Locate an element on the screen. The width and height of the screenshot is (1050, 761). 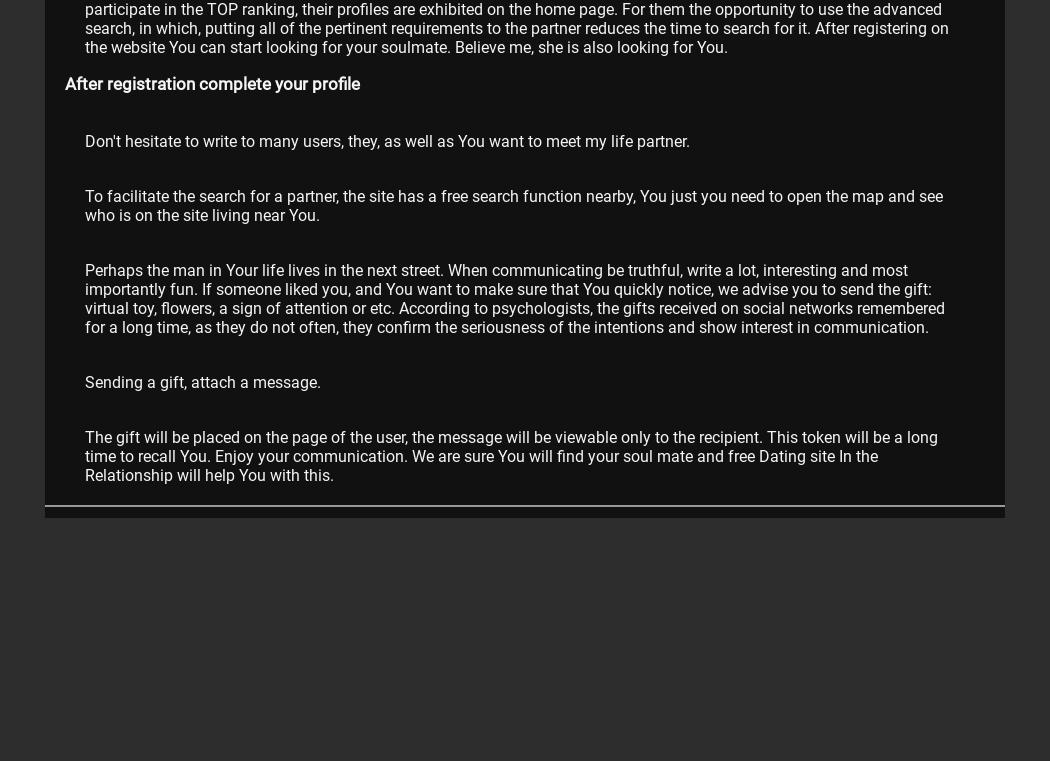
'face talk chat in the village Machinga (Malawi)' is located at coordinates (240, 555).